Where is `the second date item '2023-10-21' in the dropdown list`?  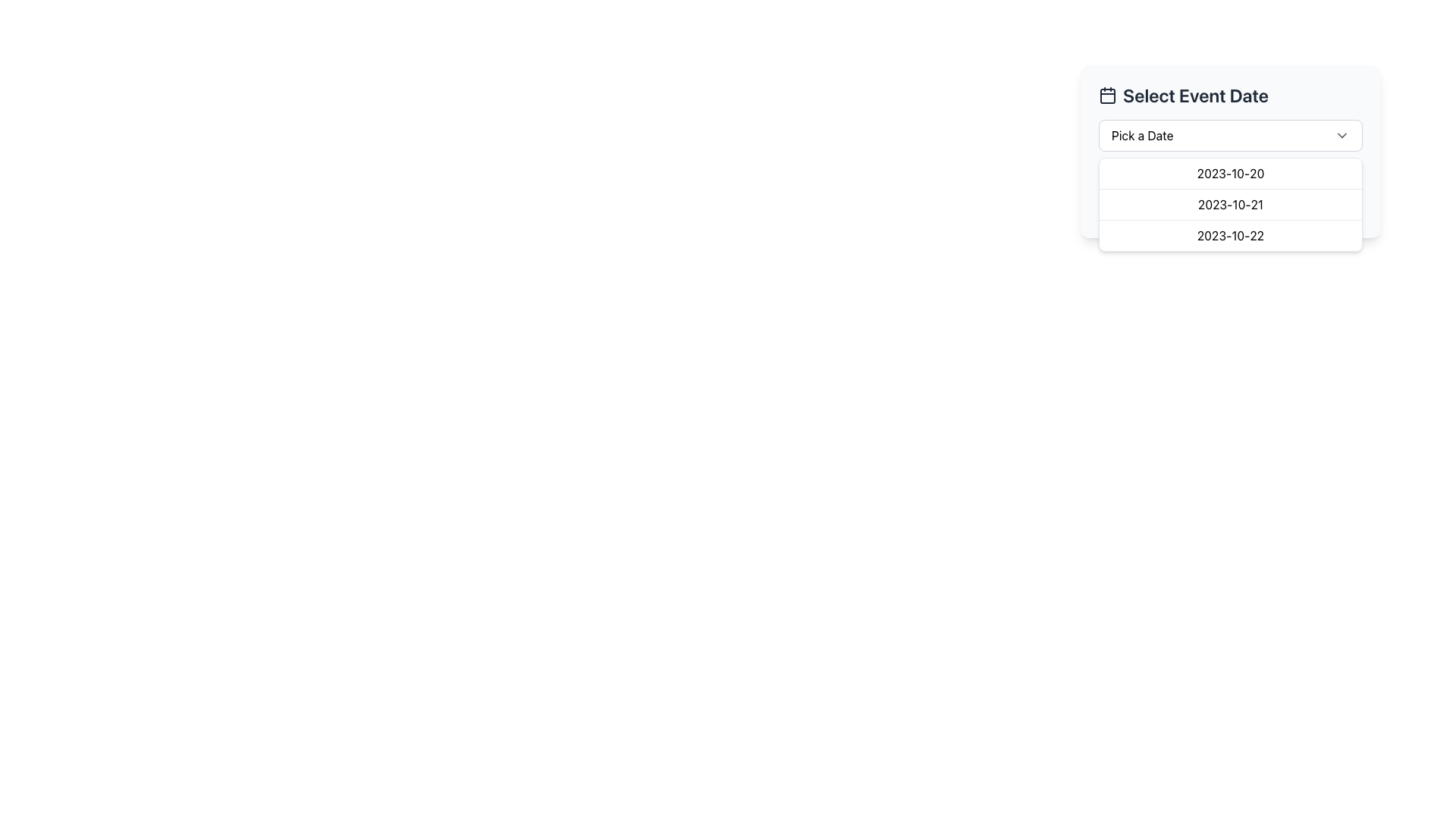 the second date item '2023-10-21' in the dropdown list is located at coordinates (1230, 203).